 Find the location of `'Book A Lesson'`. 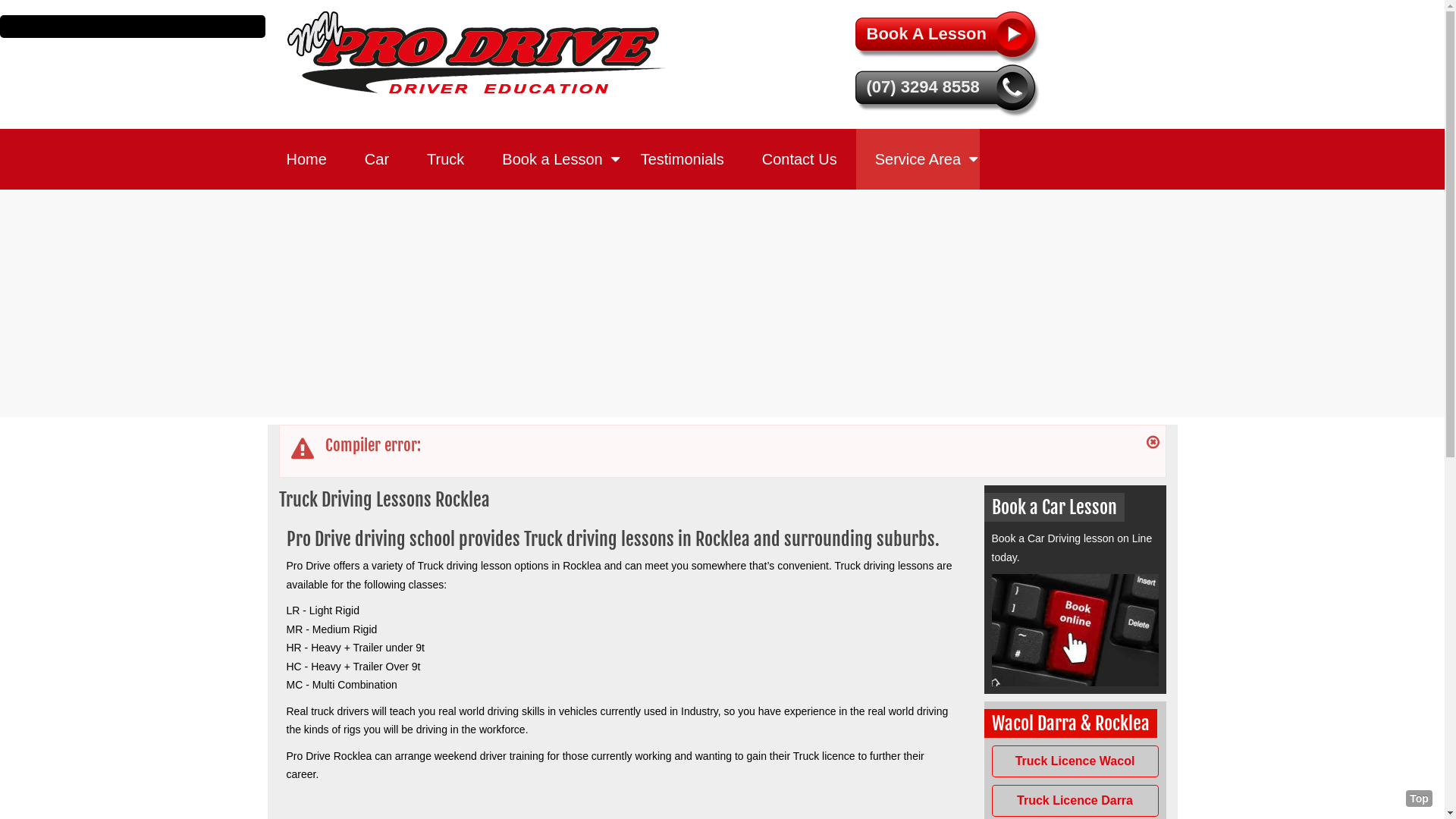

'Book A Lesson' is located at coordinates (855, 37).